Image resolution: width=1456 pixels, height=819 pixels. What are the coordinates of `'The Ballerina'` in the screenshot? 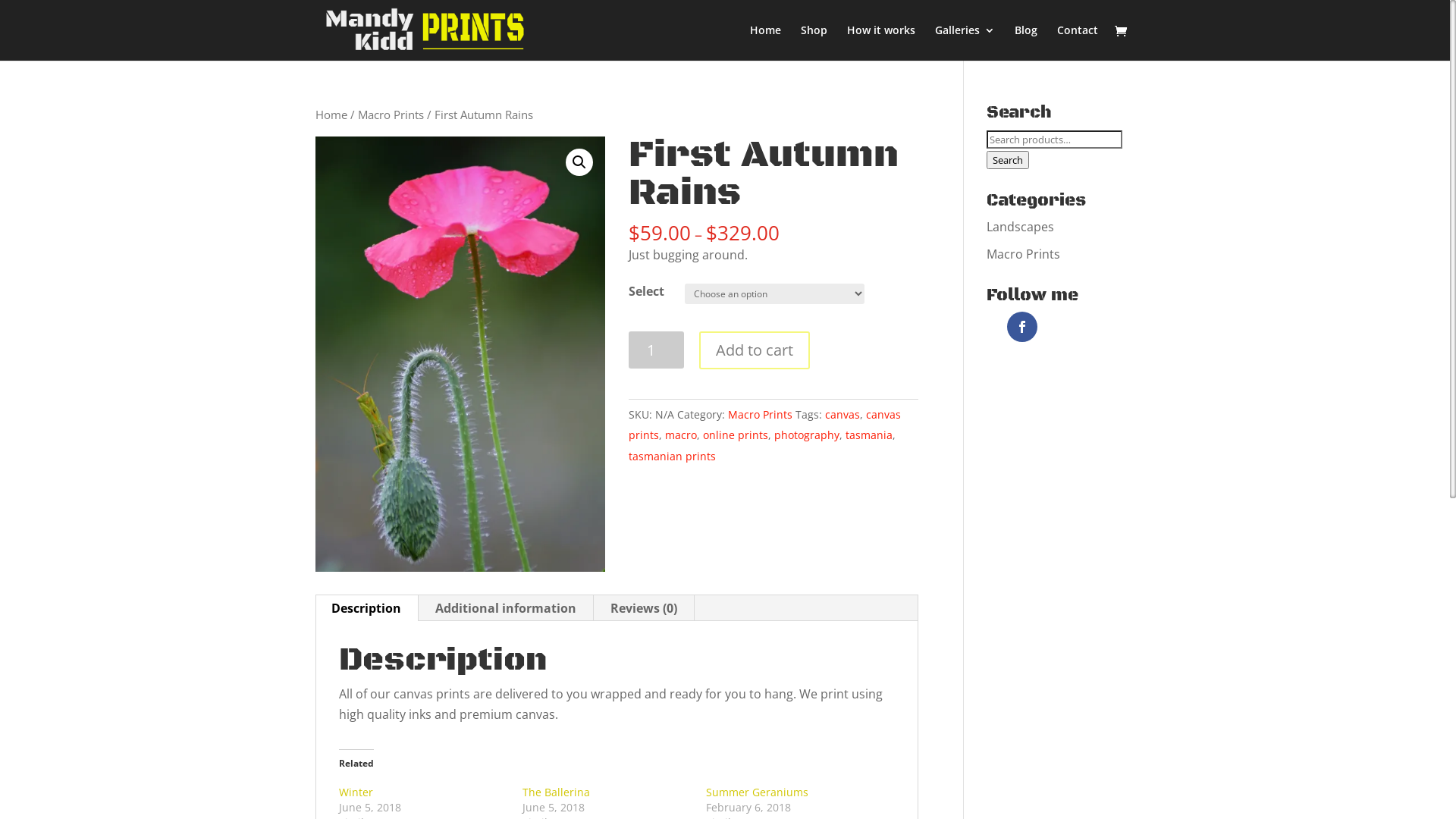 It's located at (555, 791).